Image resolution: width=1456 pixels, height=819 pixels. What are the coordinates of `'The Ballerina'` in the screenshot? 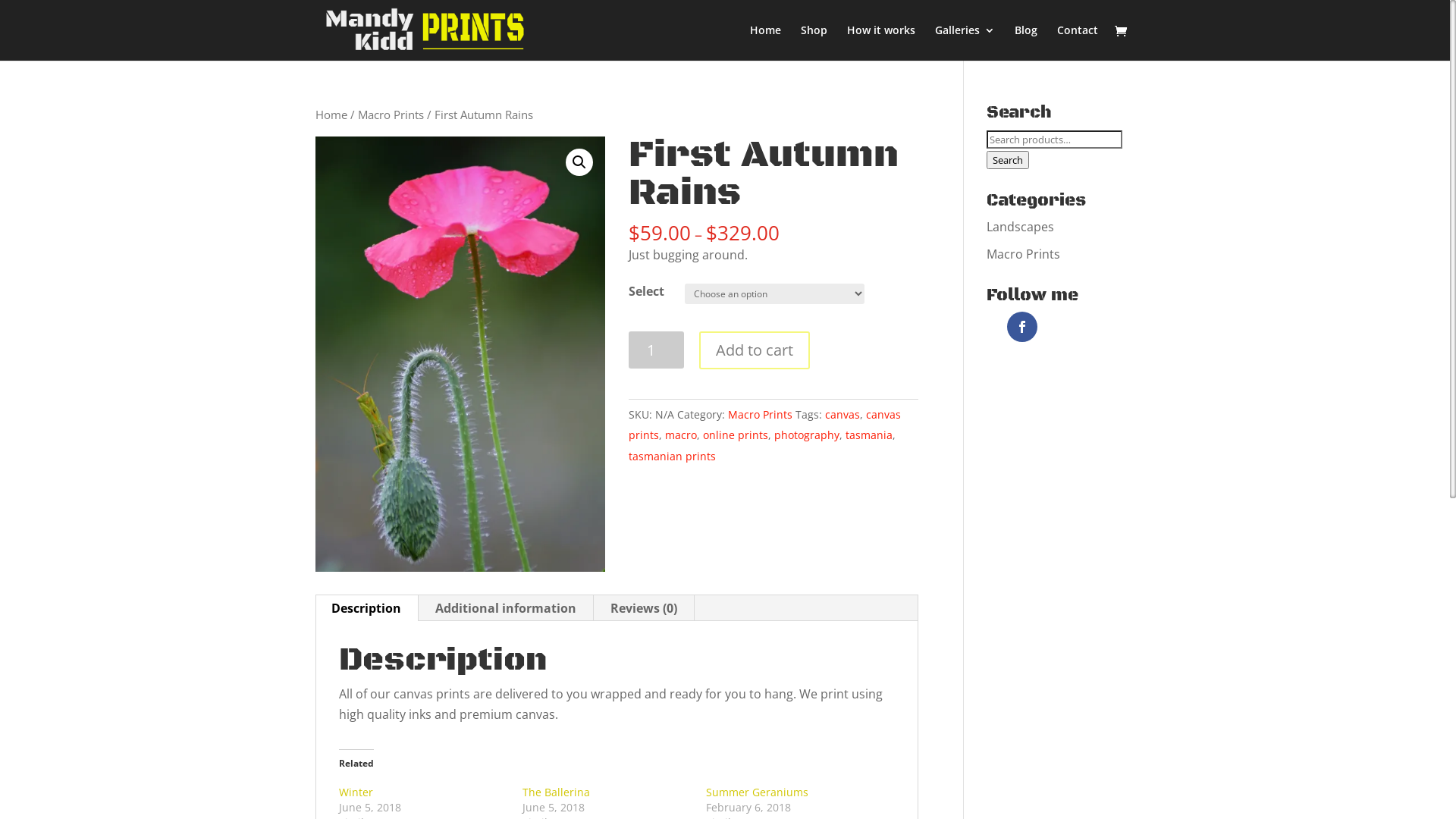 It's located at (555, 791).